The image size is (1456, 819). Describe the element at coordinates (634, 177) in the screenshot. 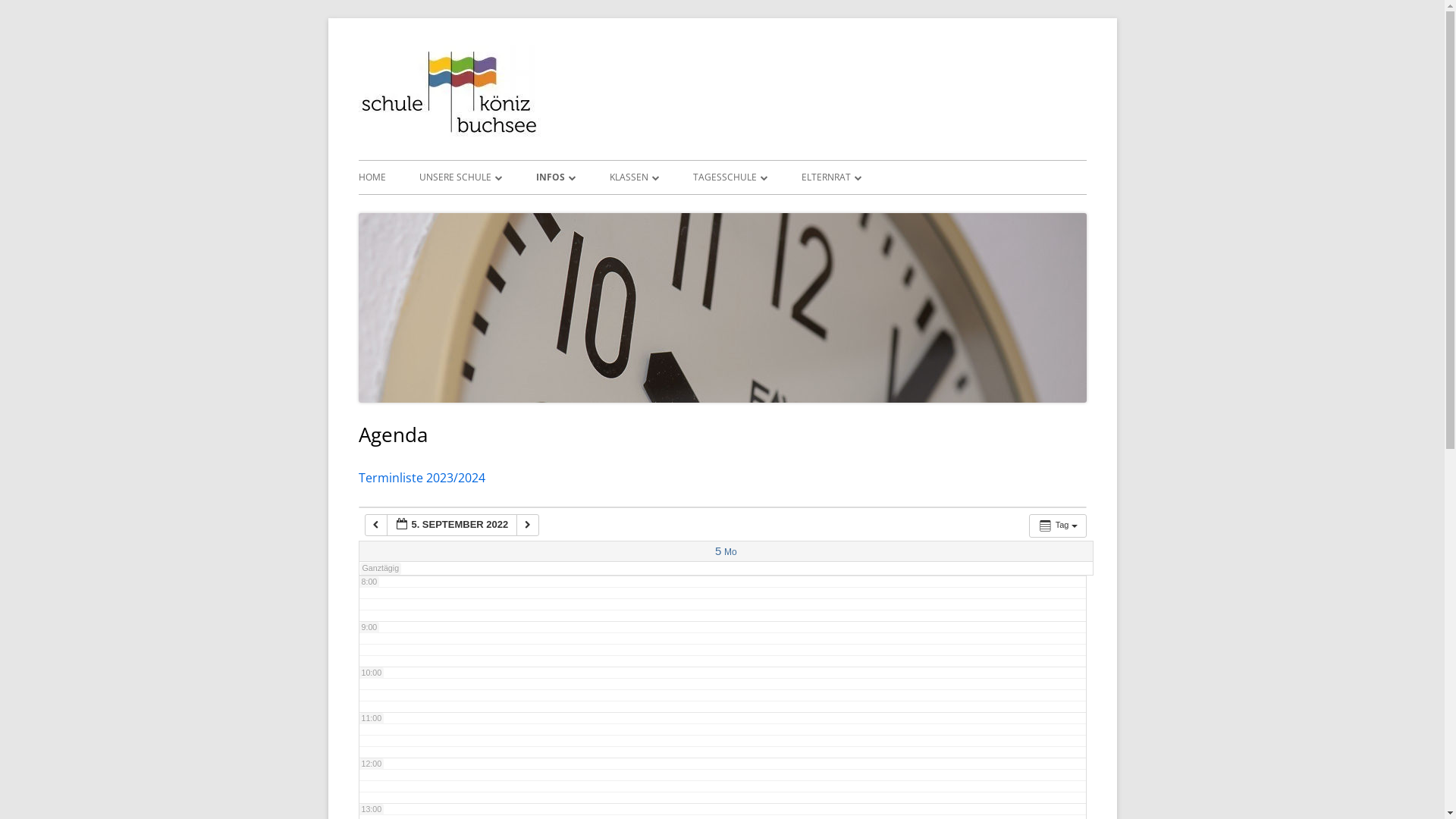

I see `'KLASSEN'` at that location.